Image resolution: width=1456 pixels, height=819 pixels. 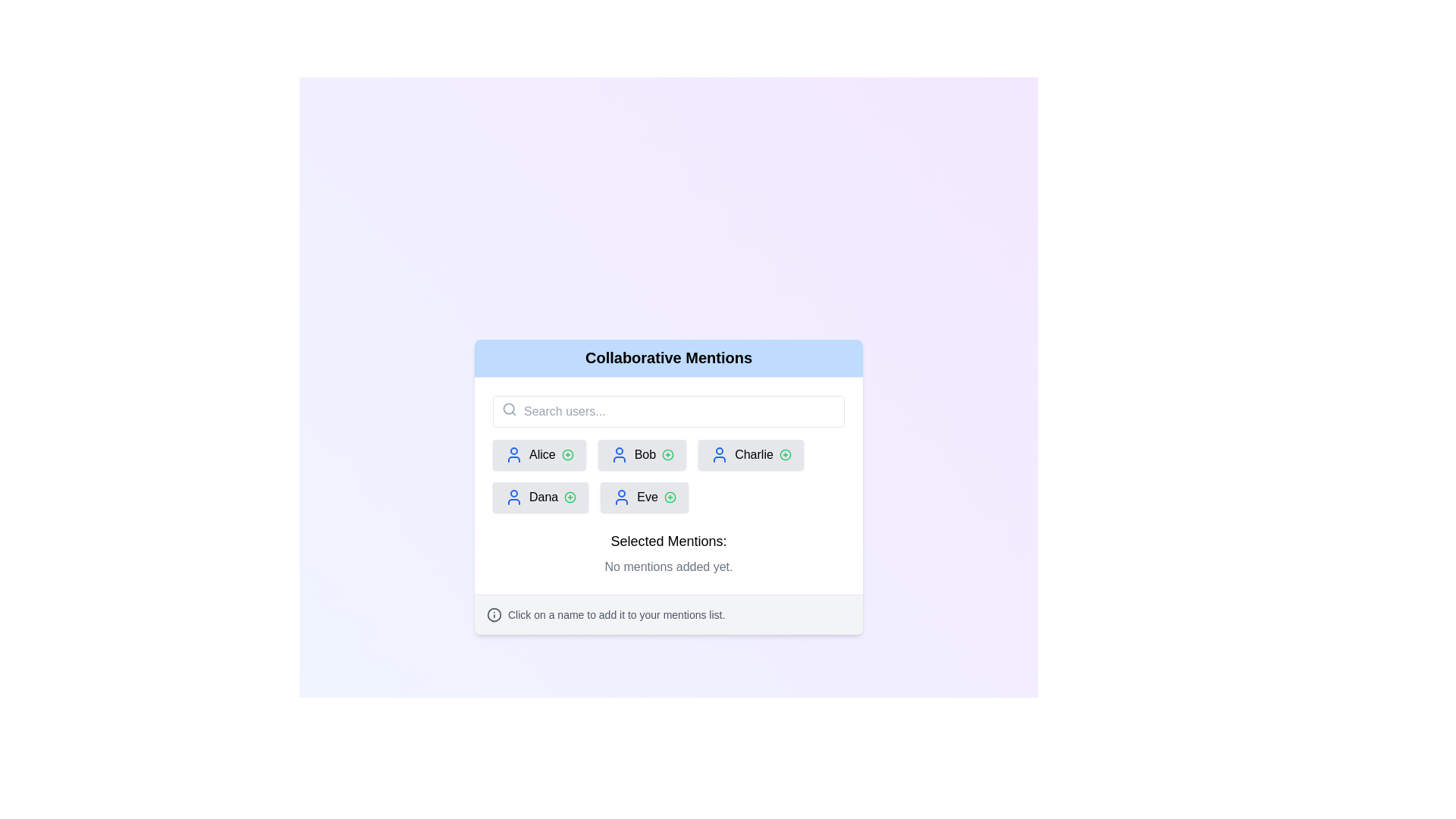 What do you see at coordinates (494, 614) in the screenshot?
I see `the circular information icon, which features a centered 'i' and is located adjacent to the message 'Click on a name to add it to your mentions list.'` at bounding box center [494, 614].